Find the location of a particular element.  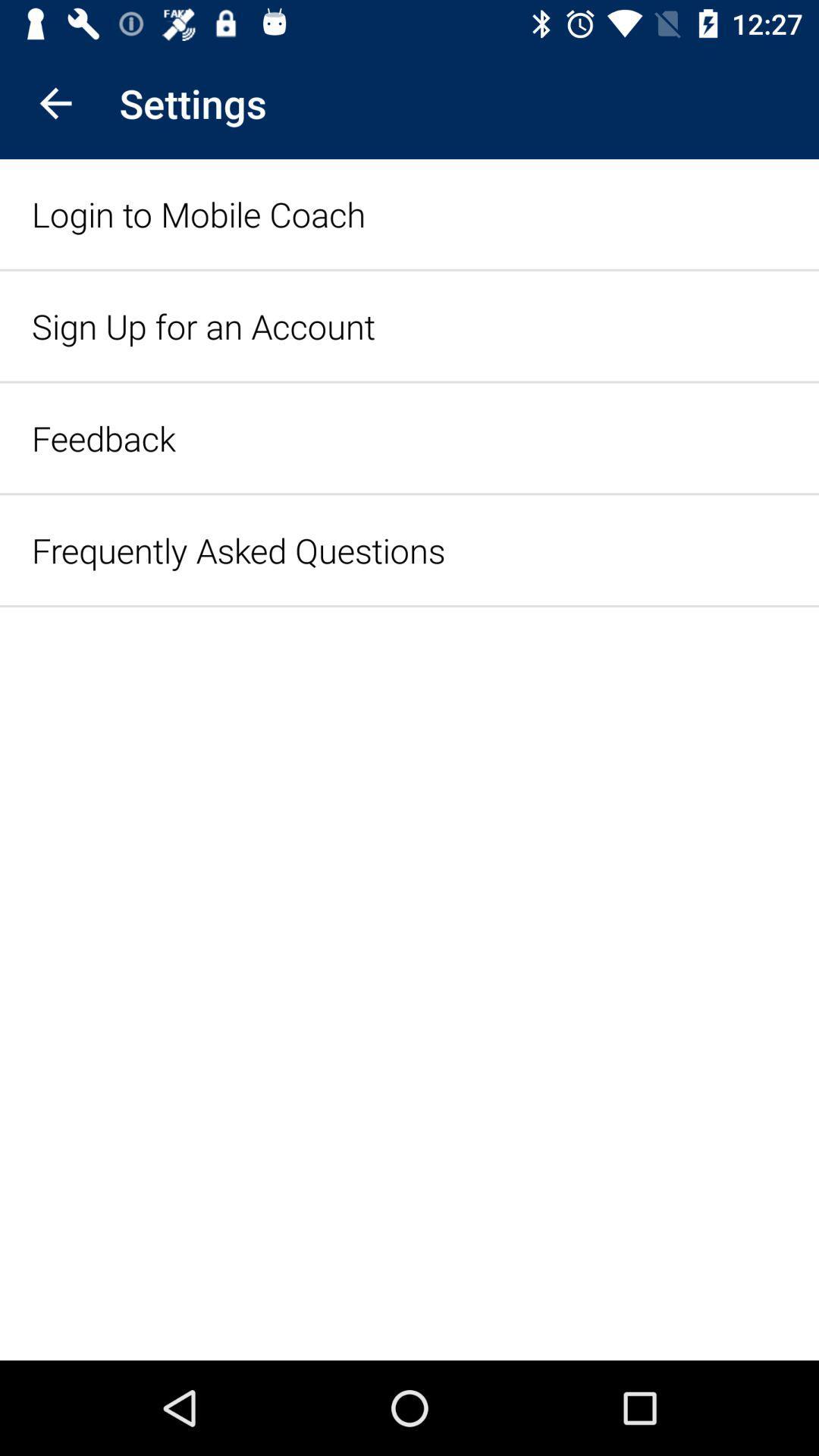

the item above sign up for is located at coordinates (198, 213).